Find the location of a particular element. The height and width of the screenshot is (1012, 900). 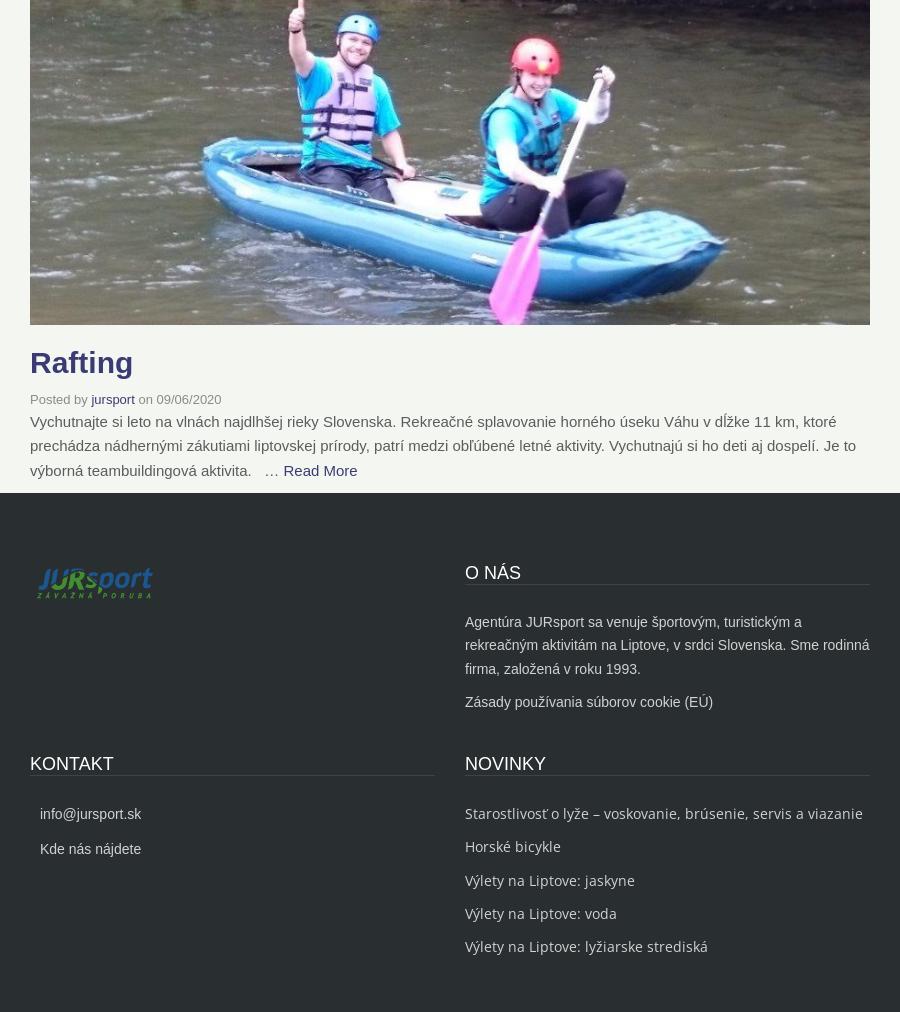

'Kde nás nájdete' is located at coordinates (89, 847).